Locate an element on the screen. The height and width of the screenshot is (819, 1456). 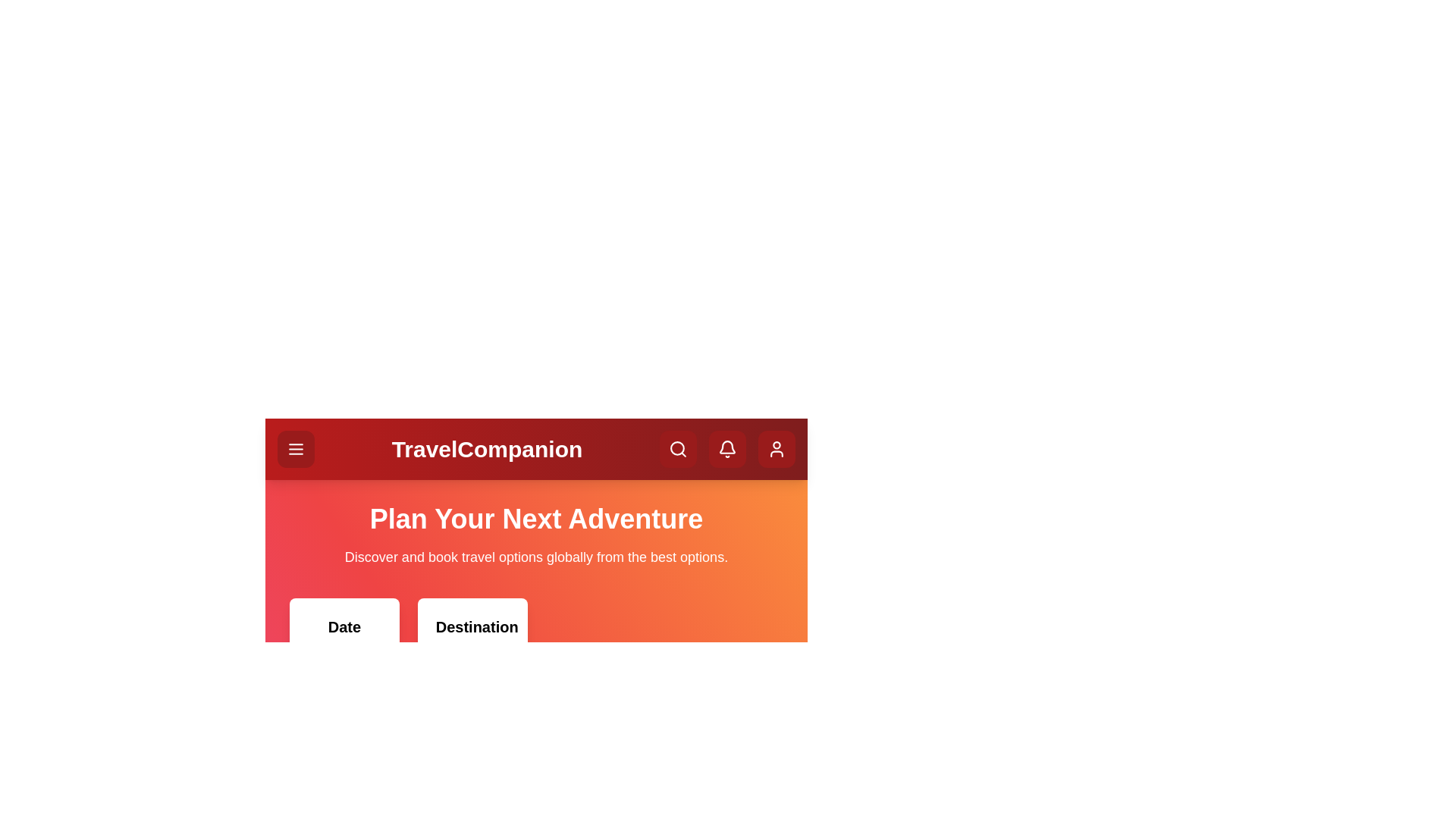
the 'Date' option to select it is located at coordinates (344, 673).